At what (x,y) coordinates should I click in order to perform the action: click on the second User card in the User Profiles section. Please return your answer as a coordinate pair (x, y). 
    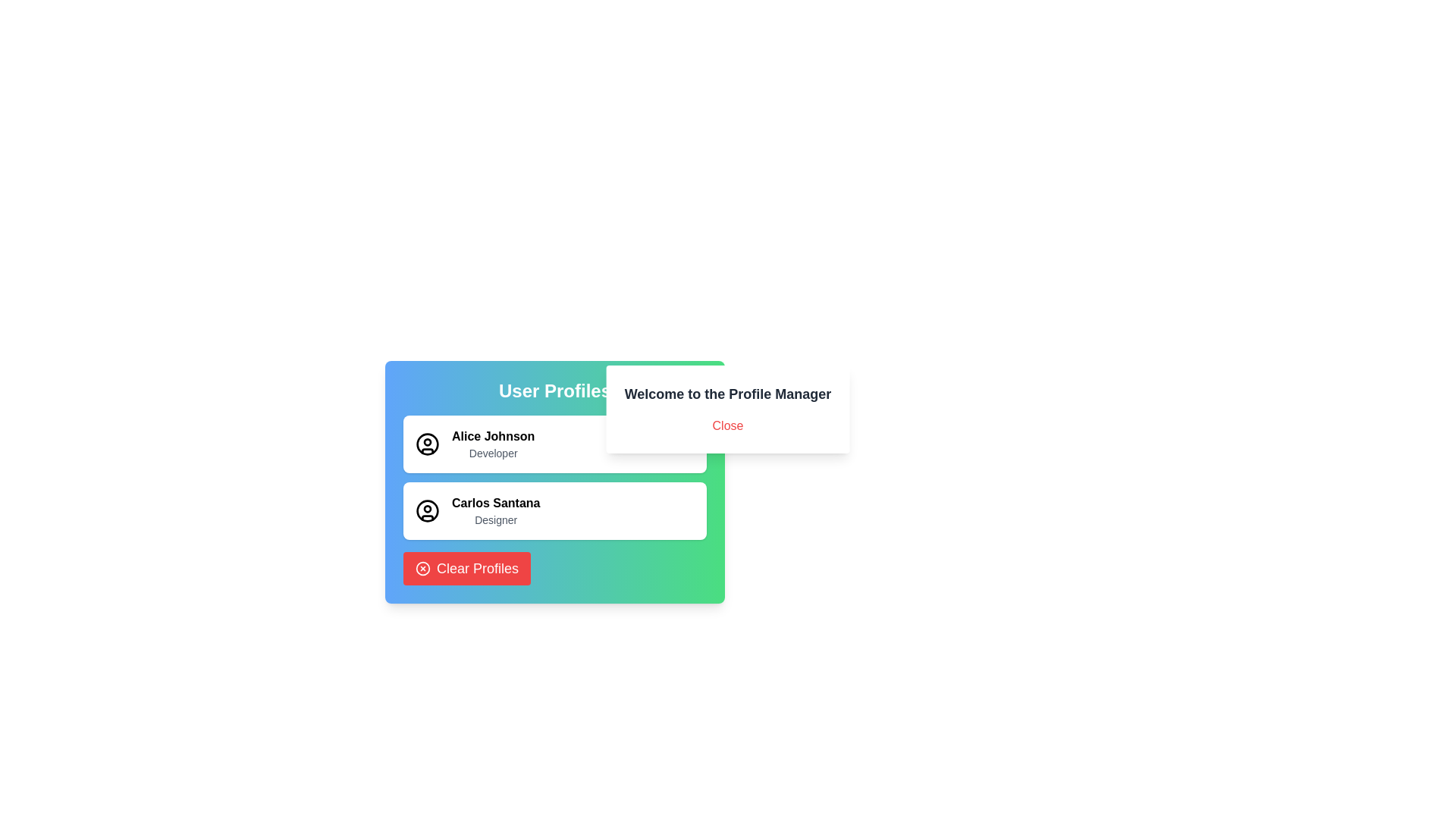
    Looking at the image, I should click on (554, 482).